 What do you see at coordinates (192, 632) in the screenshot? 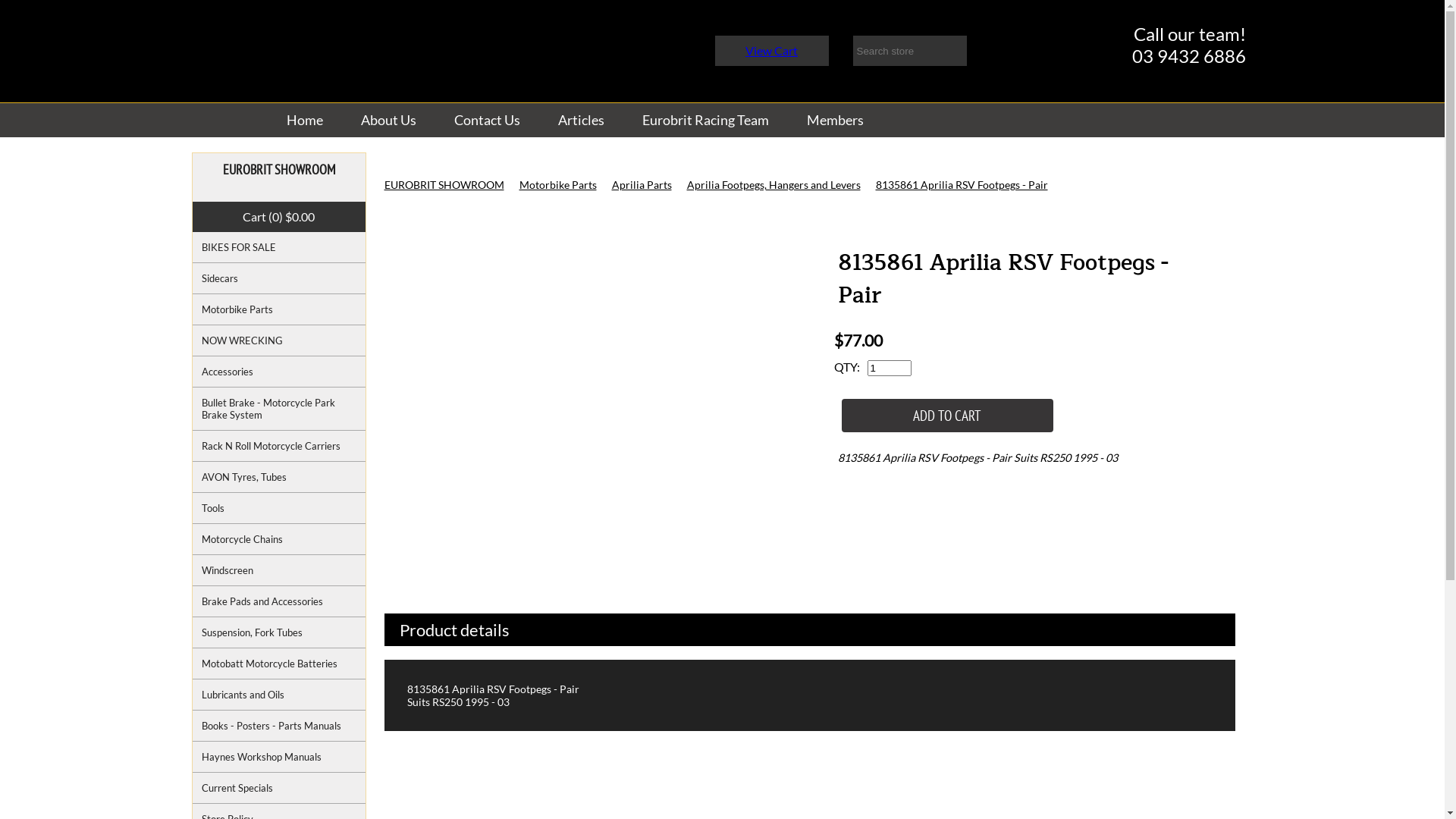
I see `'Suspension, Fork Tubes'` at bounding box center [192, 632].